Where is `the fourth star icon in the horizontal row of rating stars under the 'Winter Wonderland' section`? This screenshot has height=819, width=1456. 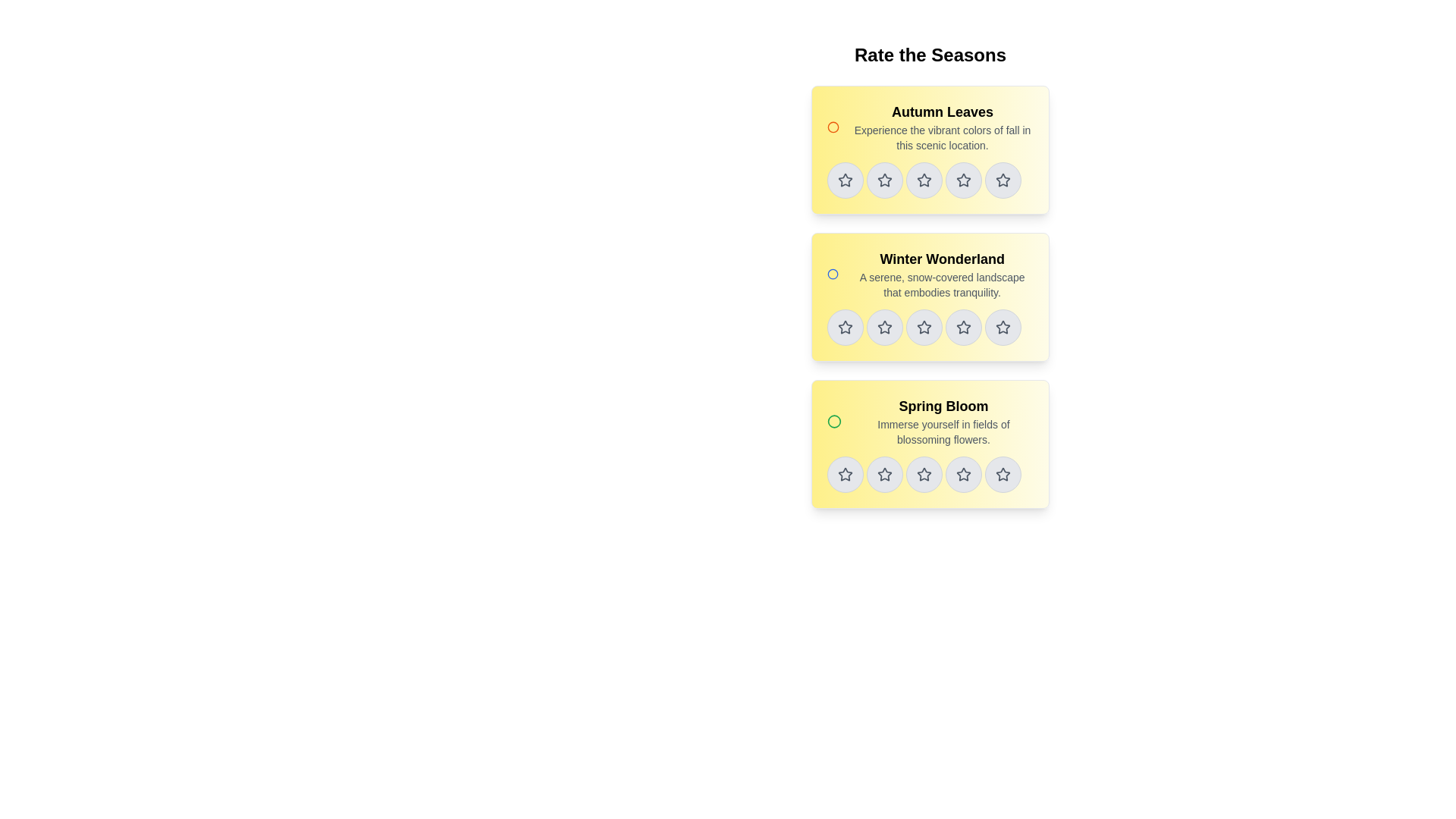 the fourth star icon in the horizontal row of rating stars under the 'Winter Wonderland' section is located at coordinates (1003, 326).